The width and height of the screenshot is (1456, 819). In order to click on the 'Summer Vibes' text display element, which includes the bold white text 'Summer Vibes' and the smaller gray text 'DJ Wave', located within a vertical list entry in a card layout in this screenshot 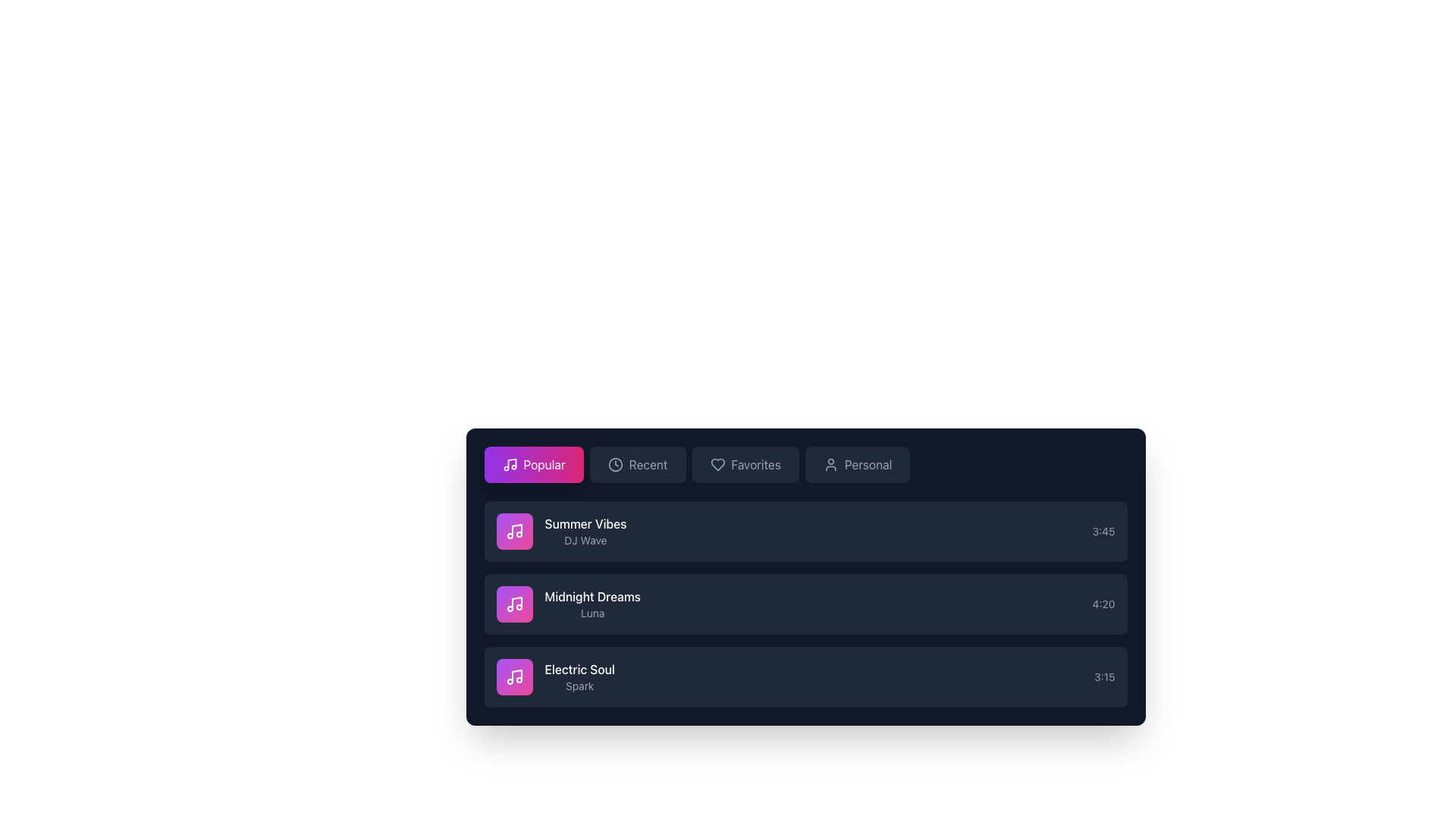, I will do `click(585, 531)`.